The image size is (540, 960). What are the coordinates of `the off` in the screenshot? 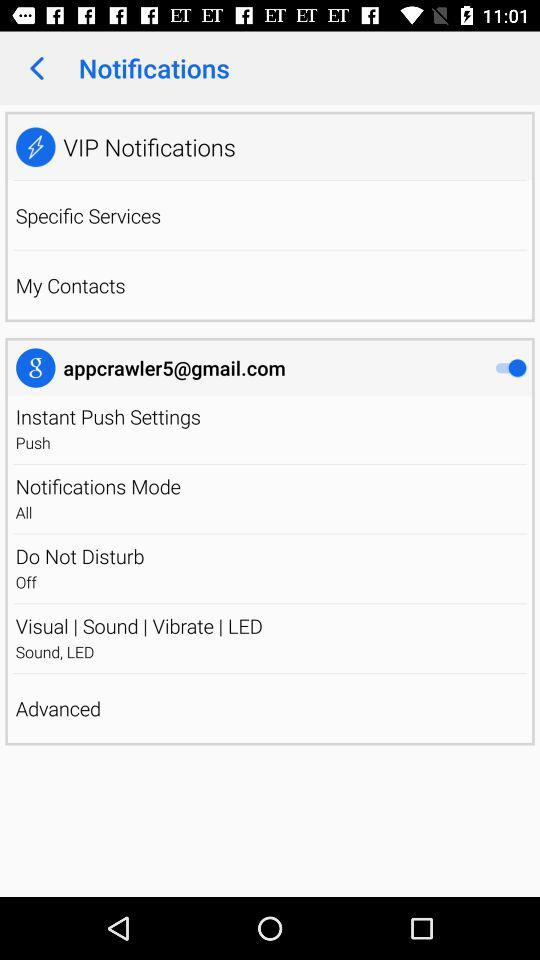 It's located at (25, 582).